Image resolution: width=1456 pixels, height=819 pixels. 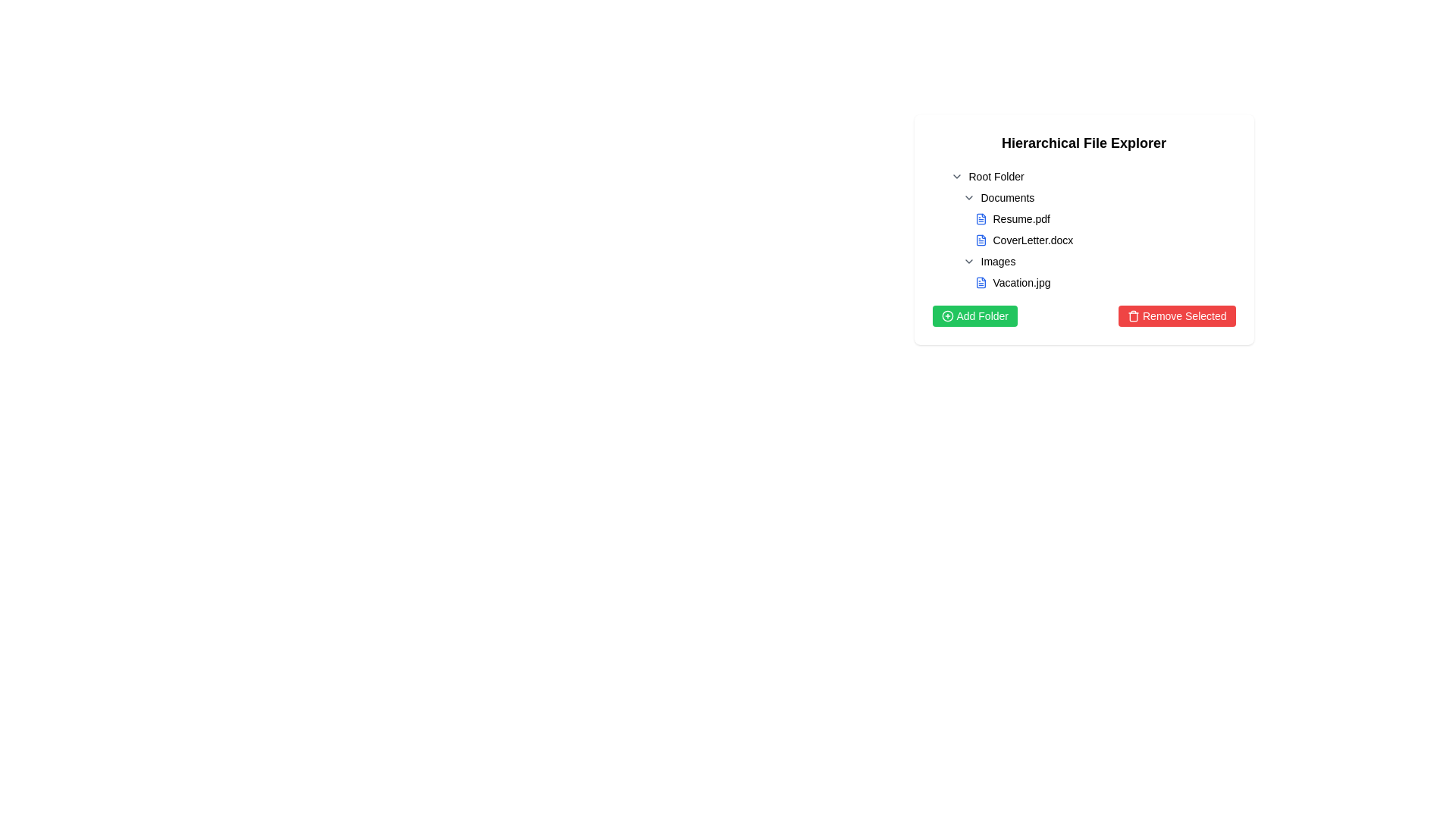 I want to click on text displayed in bold and slightly enlarged font, which says 'Hierarchical File Explorer', located at the top section of the hierarchical file explorer interface, so click(x=1083, y=143).